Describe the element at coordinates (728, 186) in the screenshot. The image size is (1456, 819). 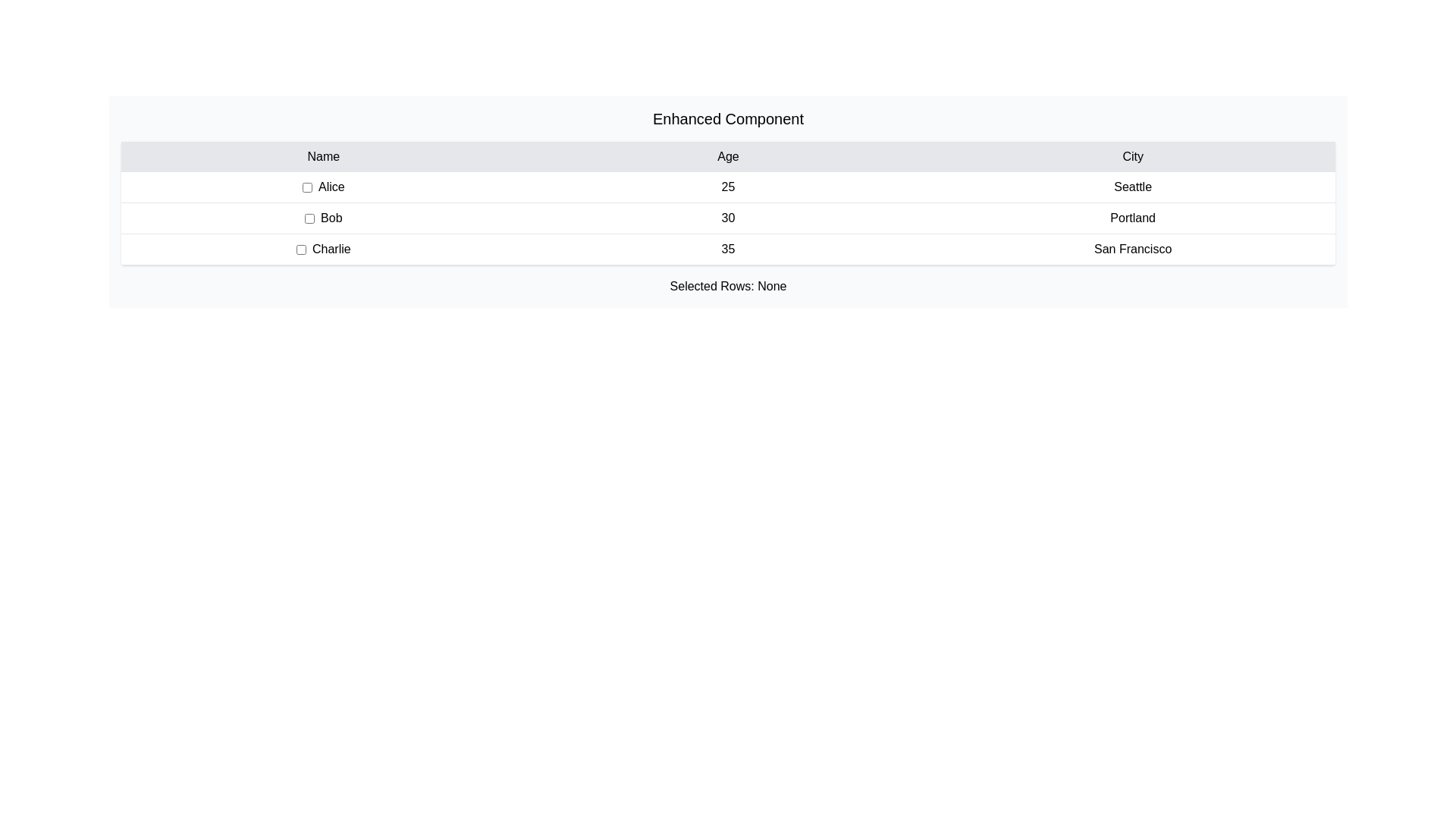
I see `text label displaying the number '25' located in the second column of the row containing 'Alice' and 'Seattle'` at that location.